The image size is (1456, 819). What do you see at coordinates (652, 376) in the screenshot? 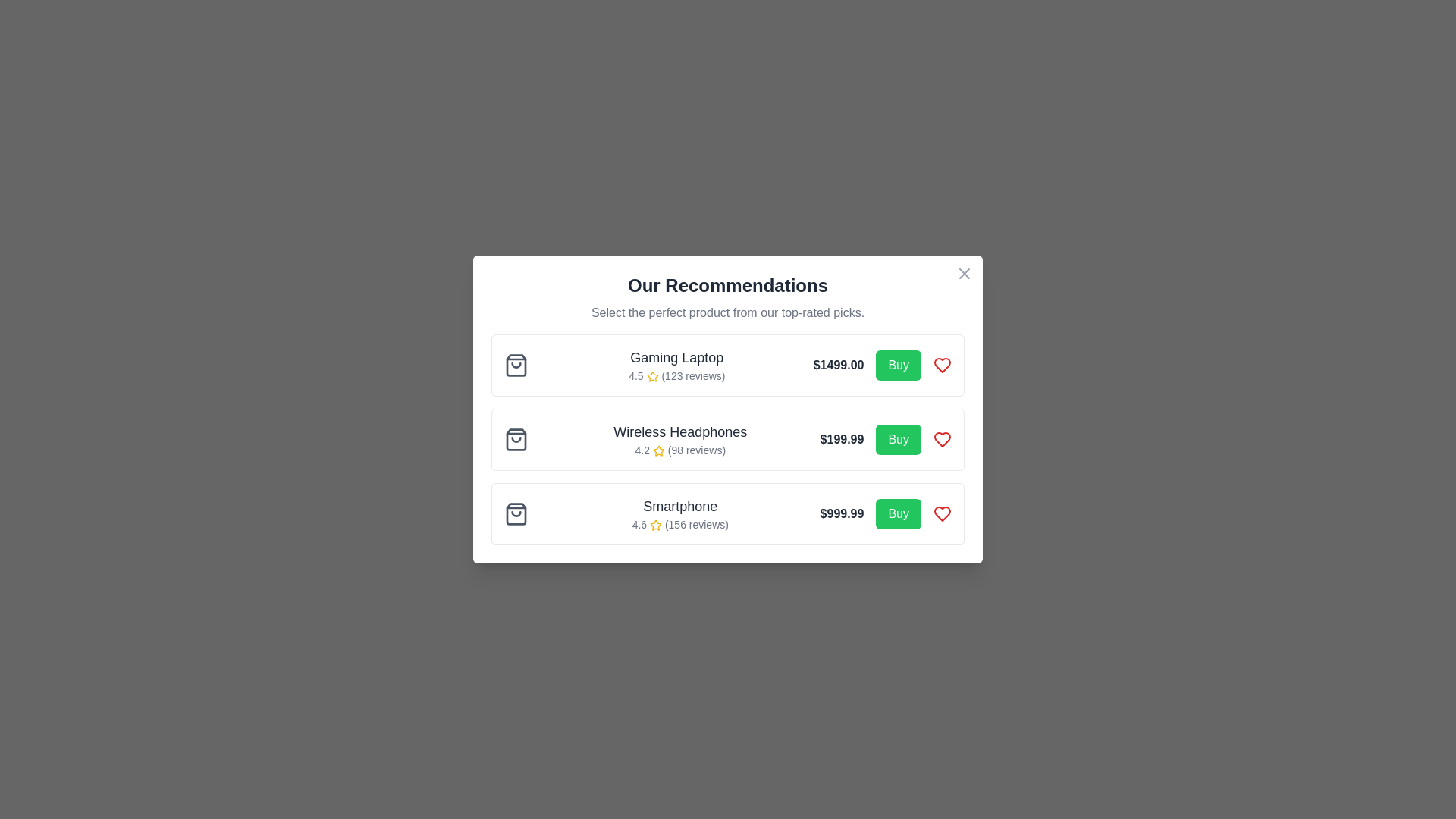
I see `the star-shaped icon that represents a rating of 4.5 in the recommendations dialog box for 'Gaming Laptop'` at bounding box center [652, 376].